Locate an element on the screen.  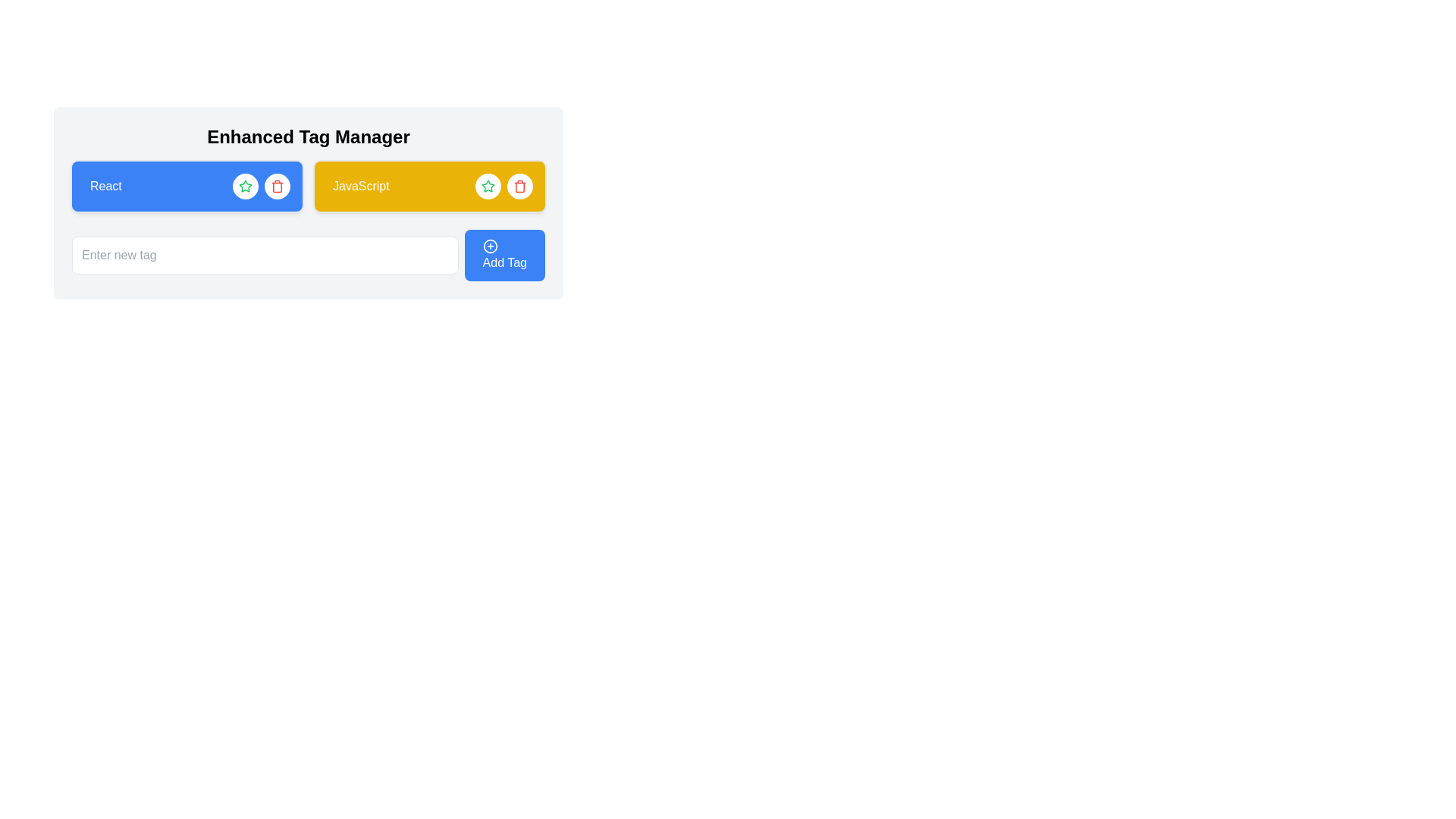
the circular outline of the 'Add Tag' button, which is part of the 'Enhanced Tag Manager' interface is located at coordinates (490, 245).